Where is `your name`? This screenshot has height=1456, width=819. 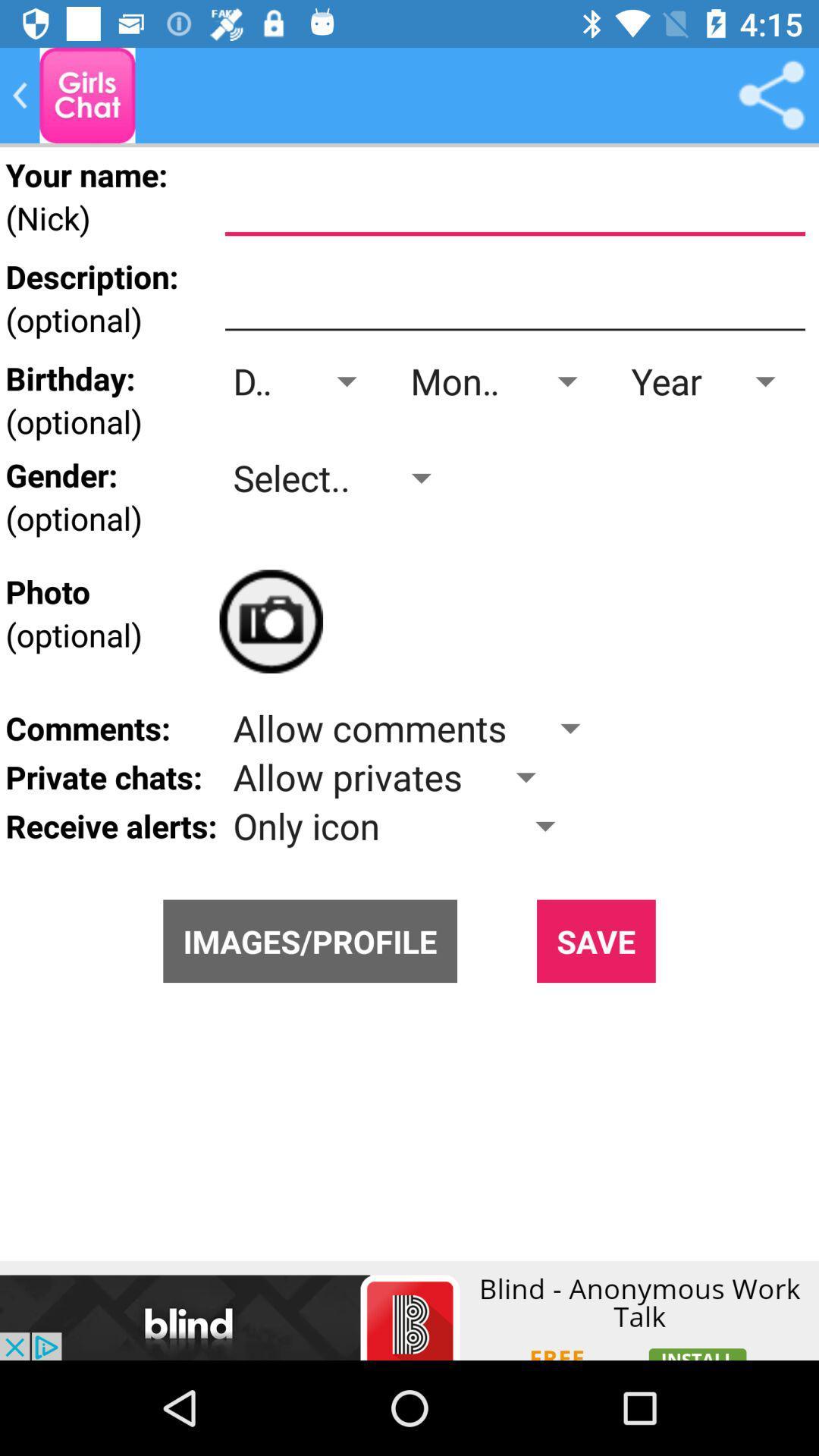 your name is located at coordinates (514, 200).